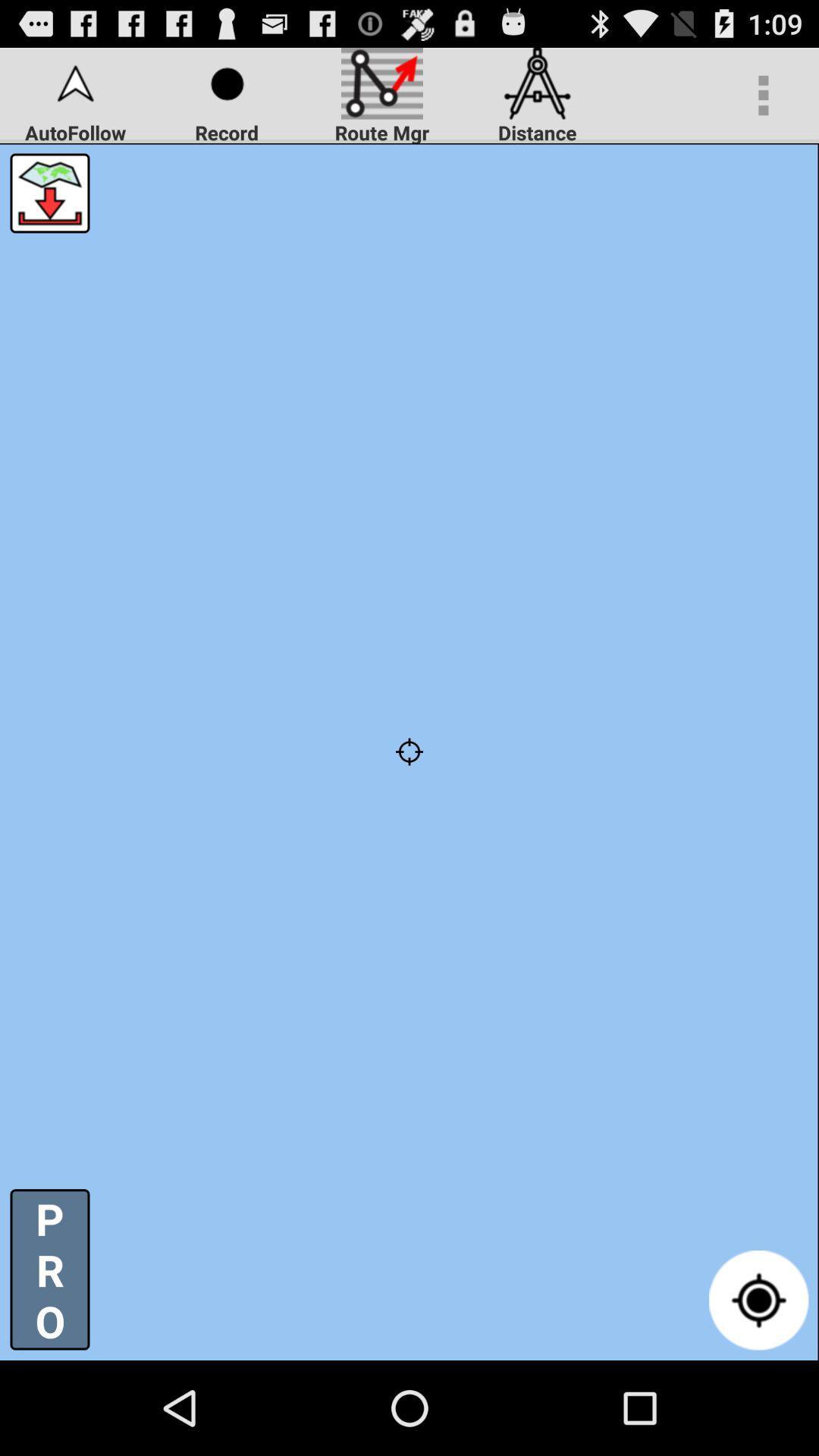 This screenshot has width=819, height=1456. Describe the element at coordinates (758, 1299) in the screenshot. I see `item at the bottom right corner` at that location.